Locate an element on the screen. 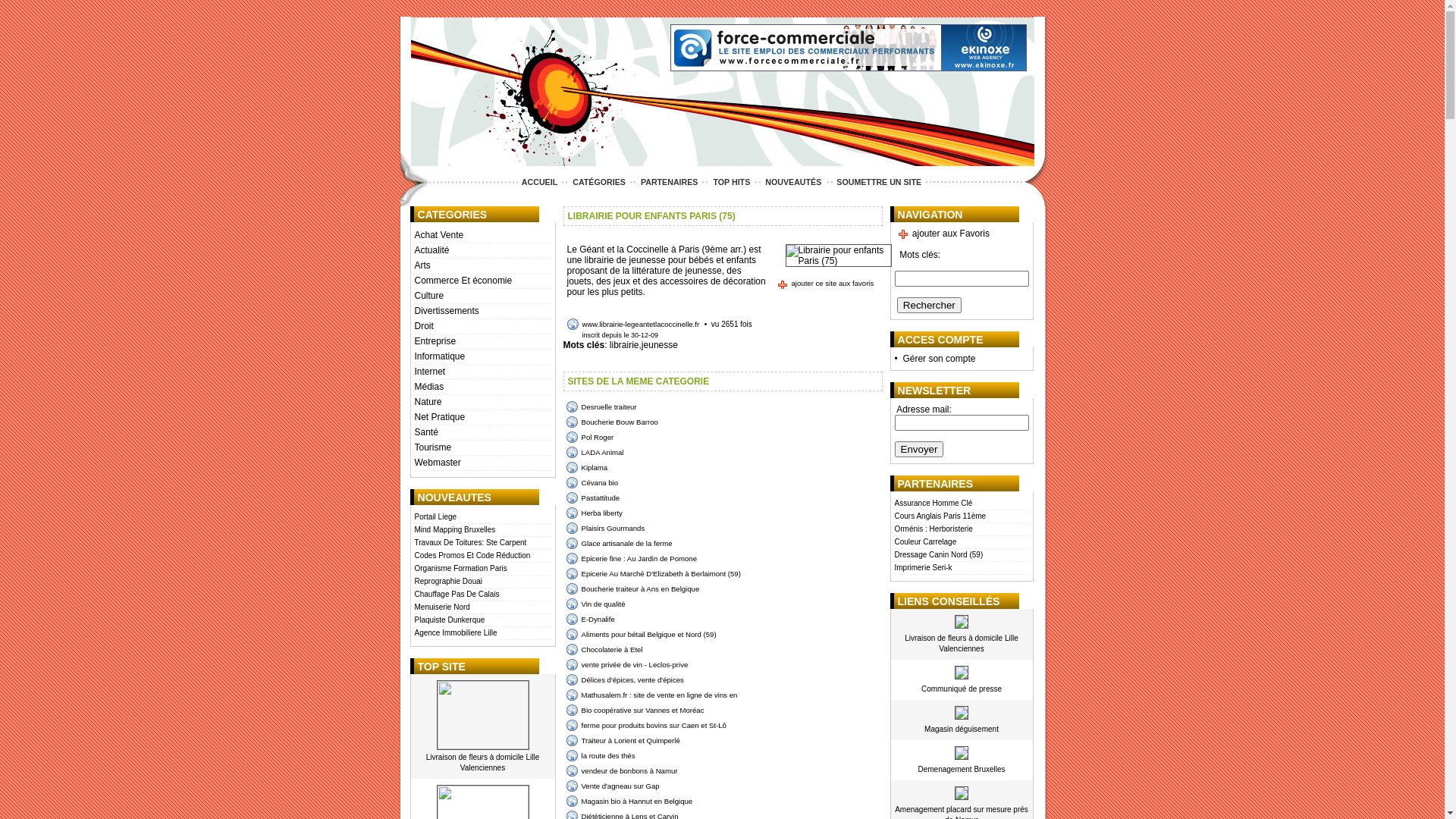  'Herba liberty' is located at coordinates (592, 512).